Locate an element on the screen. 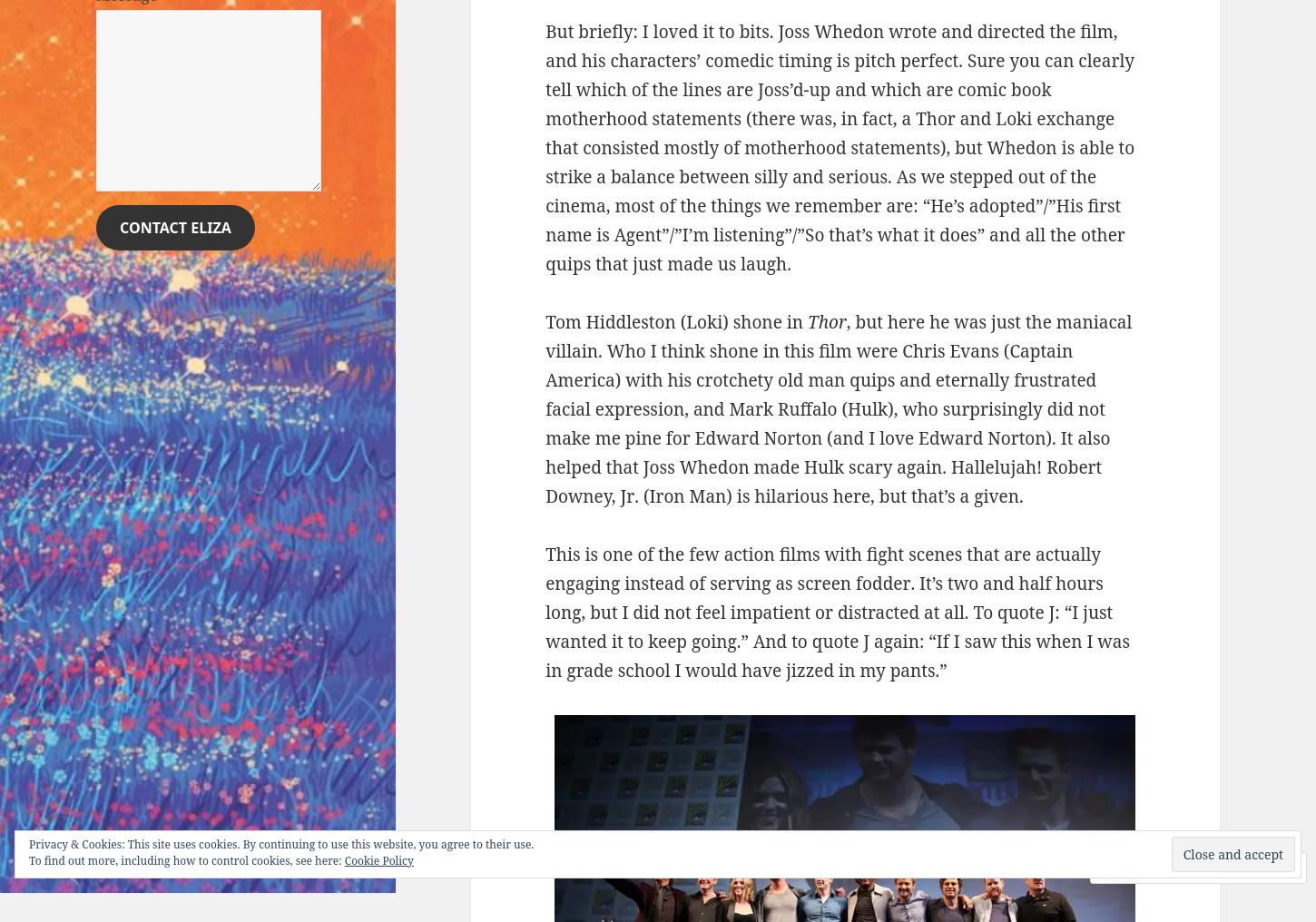 This screenshot has width=1316, height=922. 'Cookie Policy' is located at coordinates (378, 859).